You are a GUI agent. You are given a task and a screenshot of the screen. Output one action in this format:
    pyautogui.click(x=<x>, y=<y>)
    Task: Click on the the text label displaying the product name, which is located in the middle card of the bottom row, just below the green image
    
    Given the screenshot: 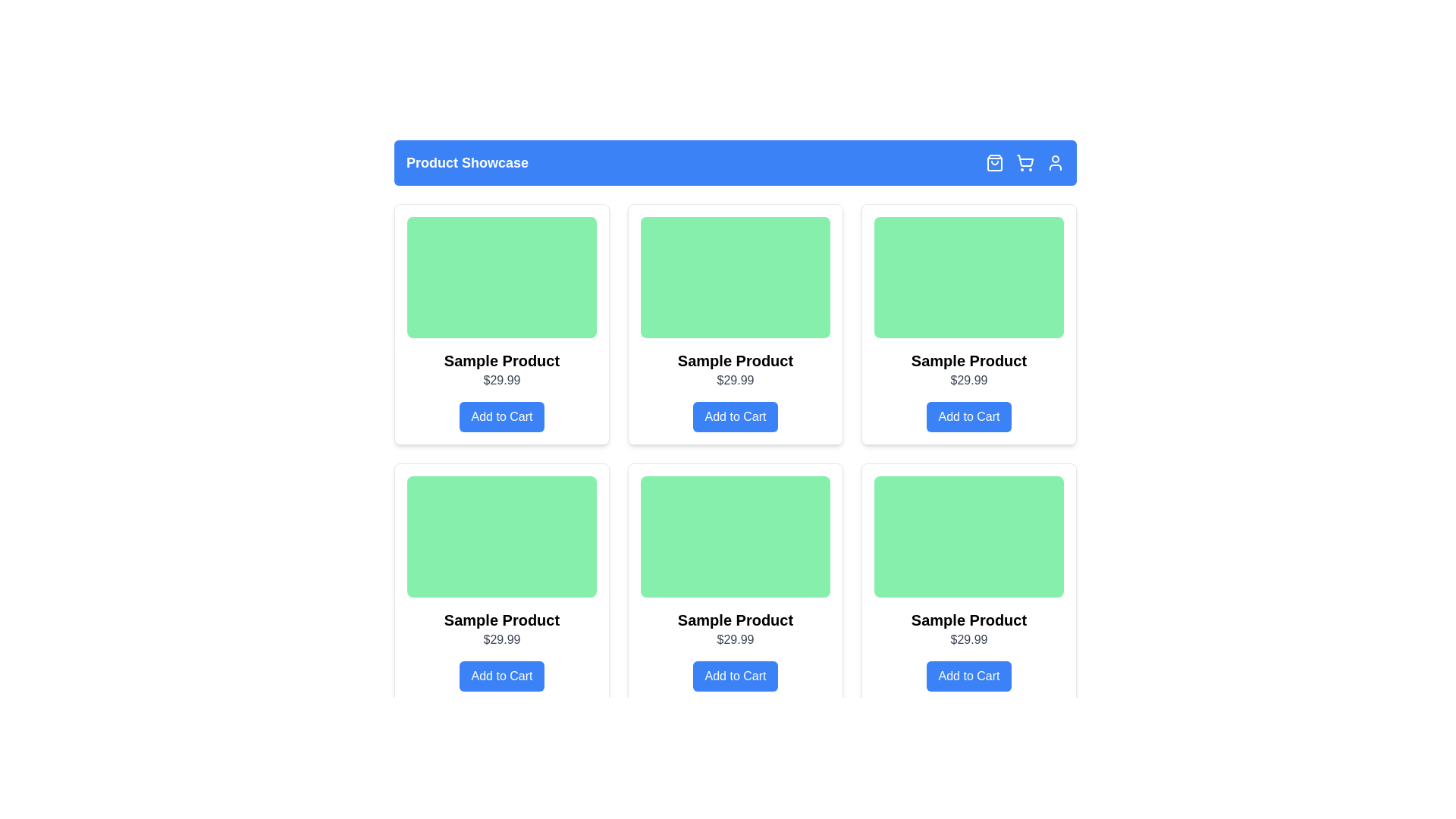 What is the action you would take?
    pyautogui.click(x=735, y=620)
    